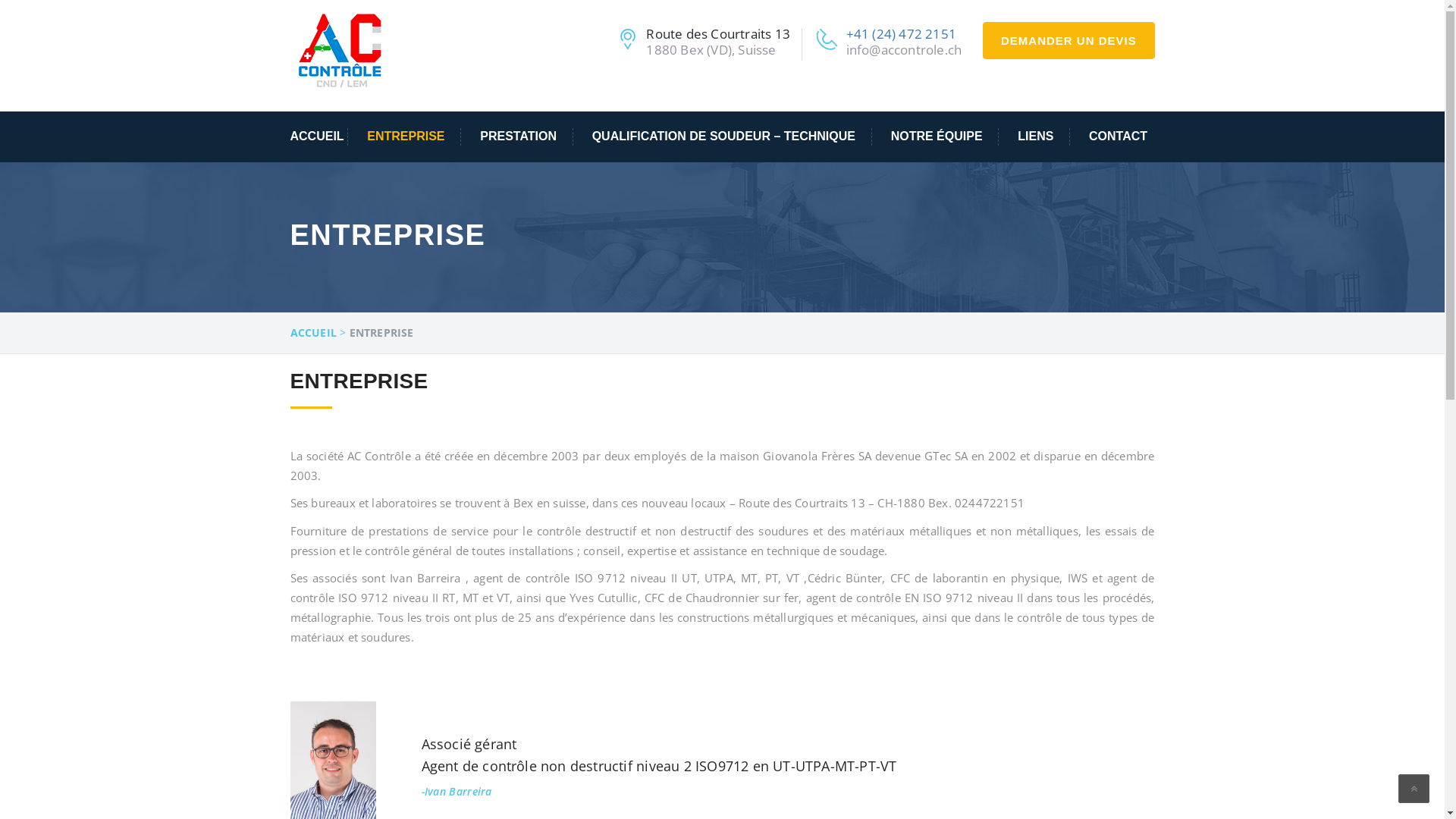 The image size is (1456, 819). I want to click on 'PRESTATION', so click(518, 136).